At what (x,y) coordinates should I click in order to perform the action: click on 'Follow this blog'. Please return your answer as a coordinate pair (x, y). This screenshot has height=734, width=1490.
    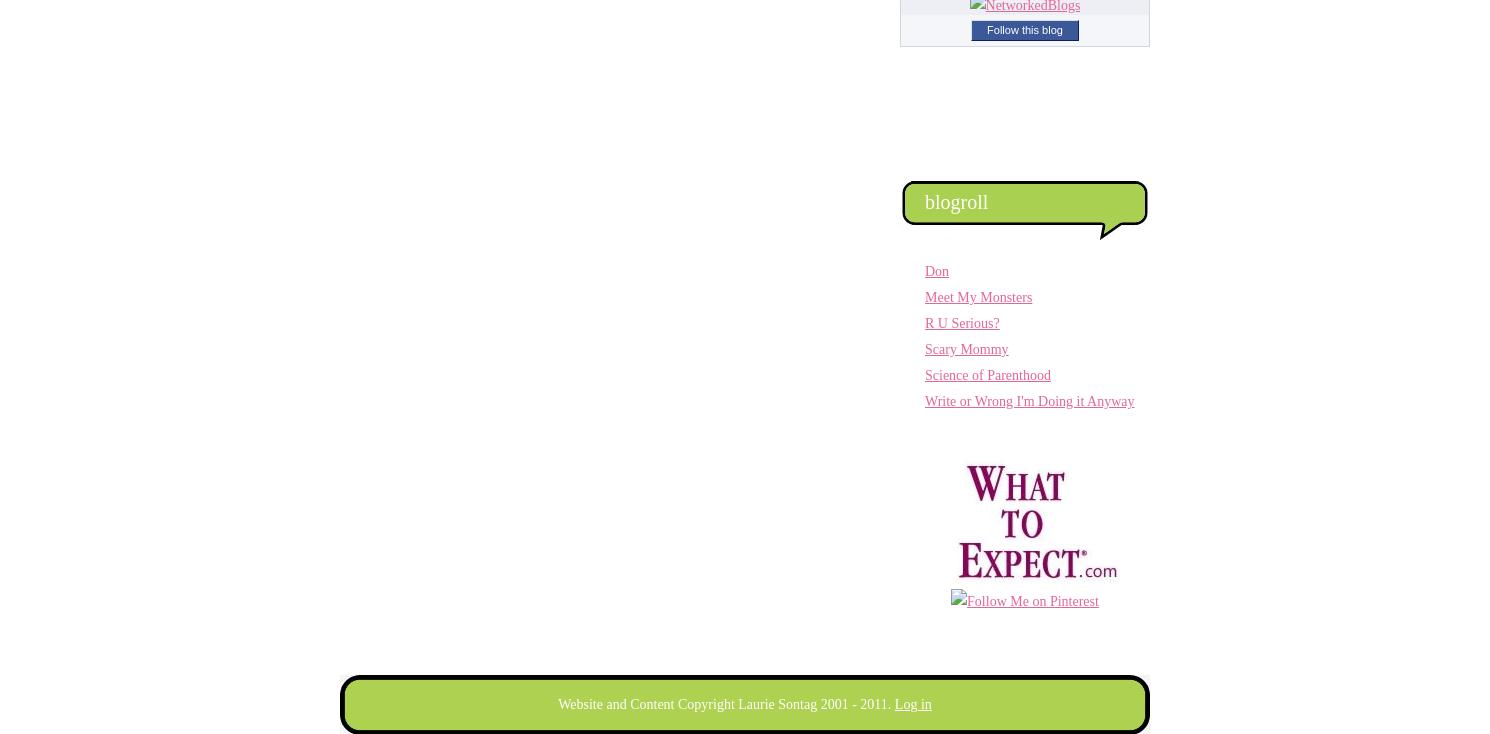
    Looking at the image, I should click on (1023, 29).